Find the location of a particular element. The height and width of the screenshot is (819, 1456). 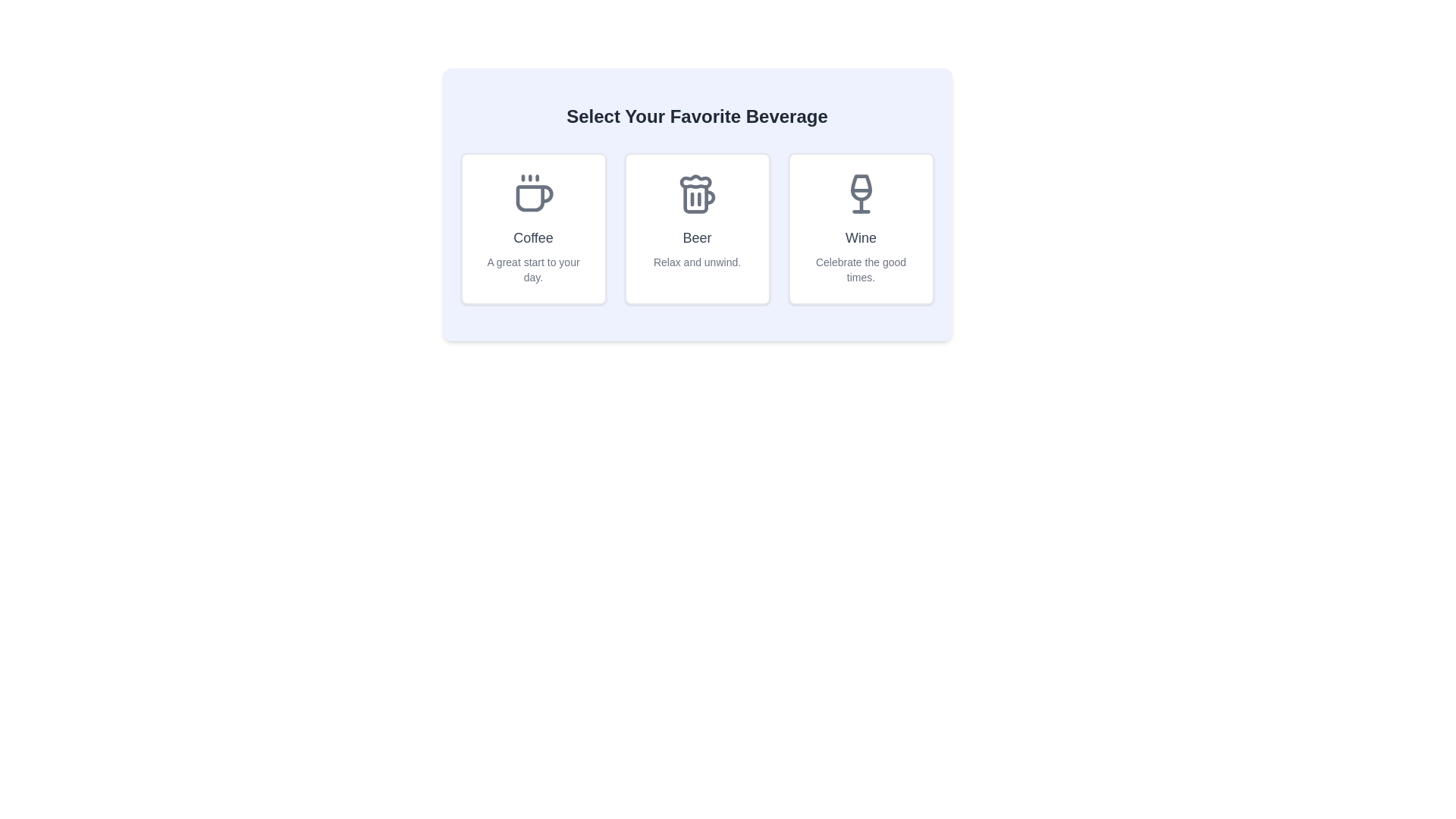

the coffee cup icon, which visually represents the 'Coffee' option in the UI is located at coordinates (534, 197).